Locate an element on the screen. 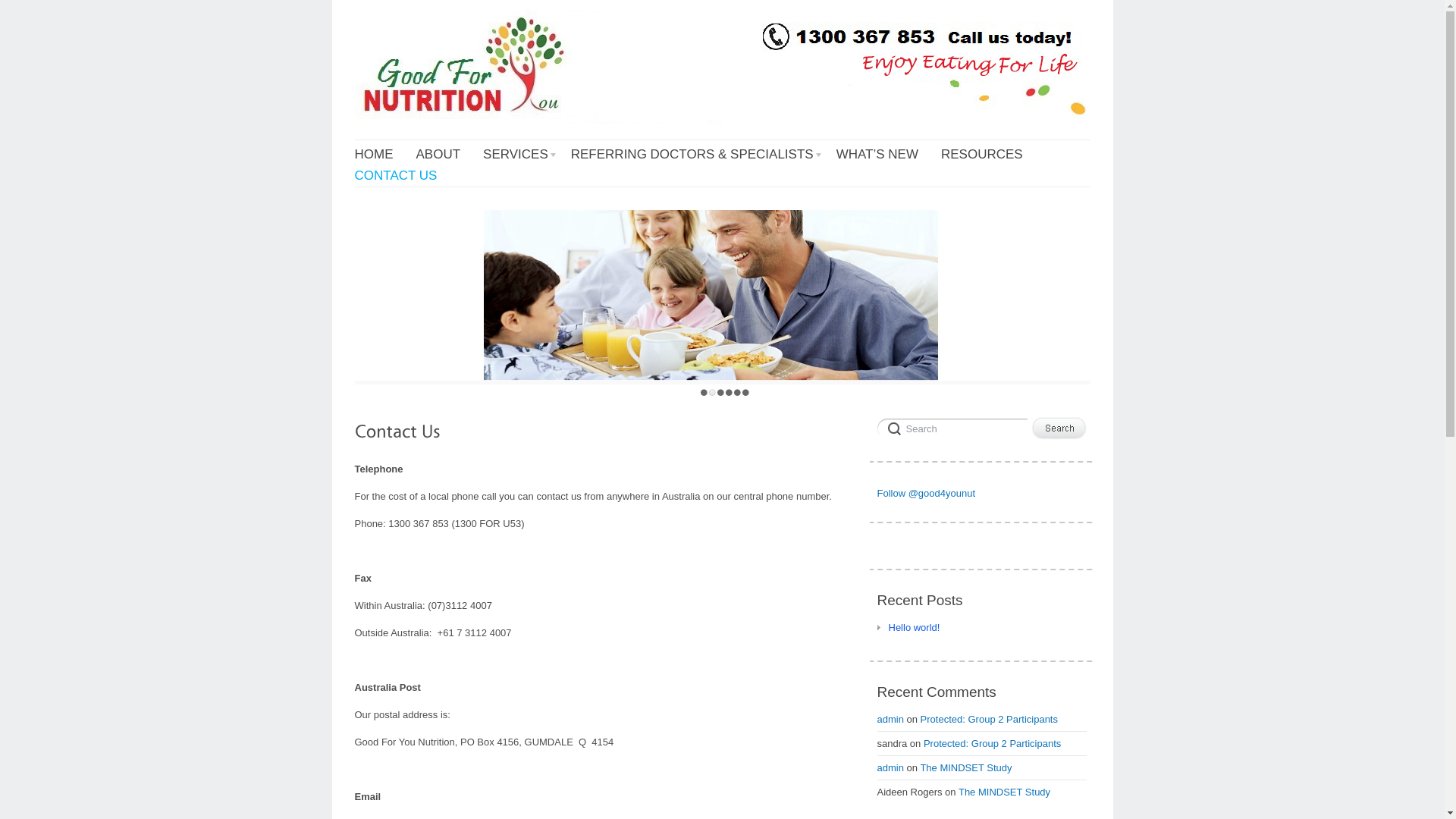 The height and width of the screenshot is (819, 1456). 'search' is located at coordinates (877, 427).